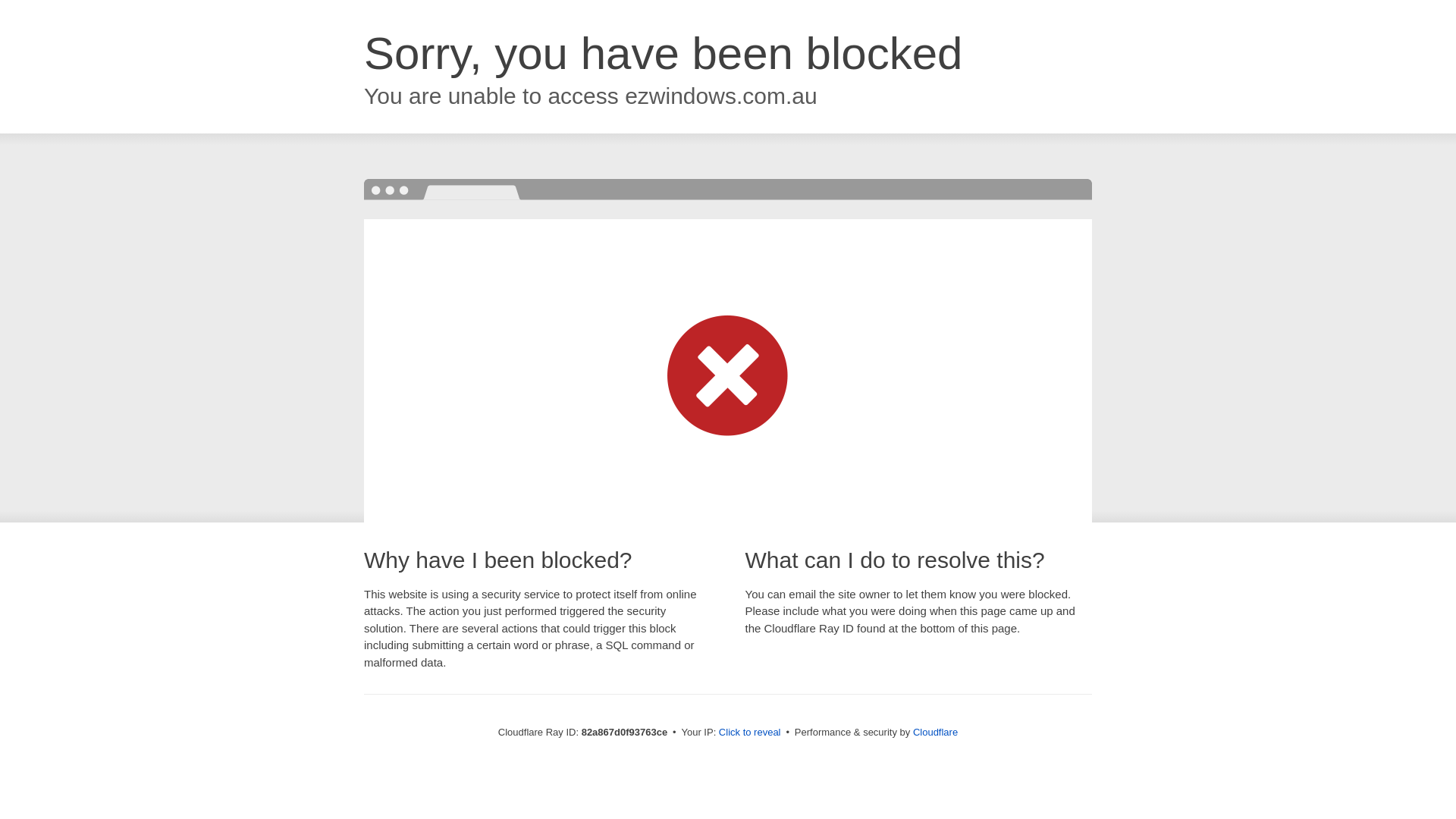 This screenshot has width=1456, height=819. What do you see at coordinates (718, 731) in the screenshot?
I see `'Click to reveal'` at bounding box center [718, 731].